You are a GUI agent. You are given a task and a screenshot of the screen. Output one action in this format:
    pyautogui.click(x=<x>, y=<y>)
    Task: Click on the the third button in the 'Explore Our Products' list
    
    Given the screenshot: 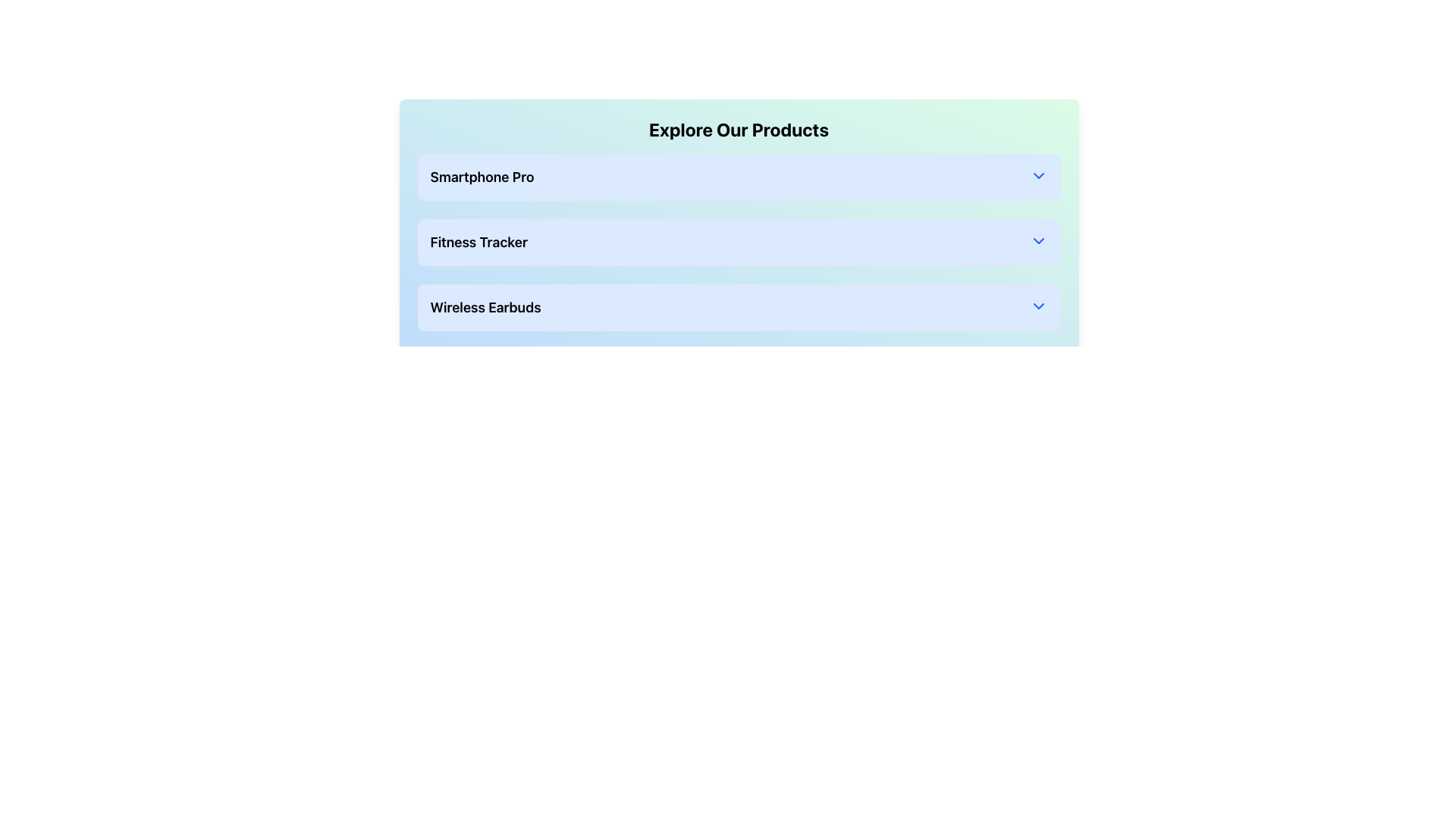 What is the action you would take?
    pyautogui.click(x=739, y=307)
    